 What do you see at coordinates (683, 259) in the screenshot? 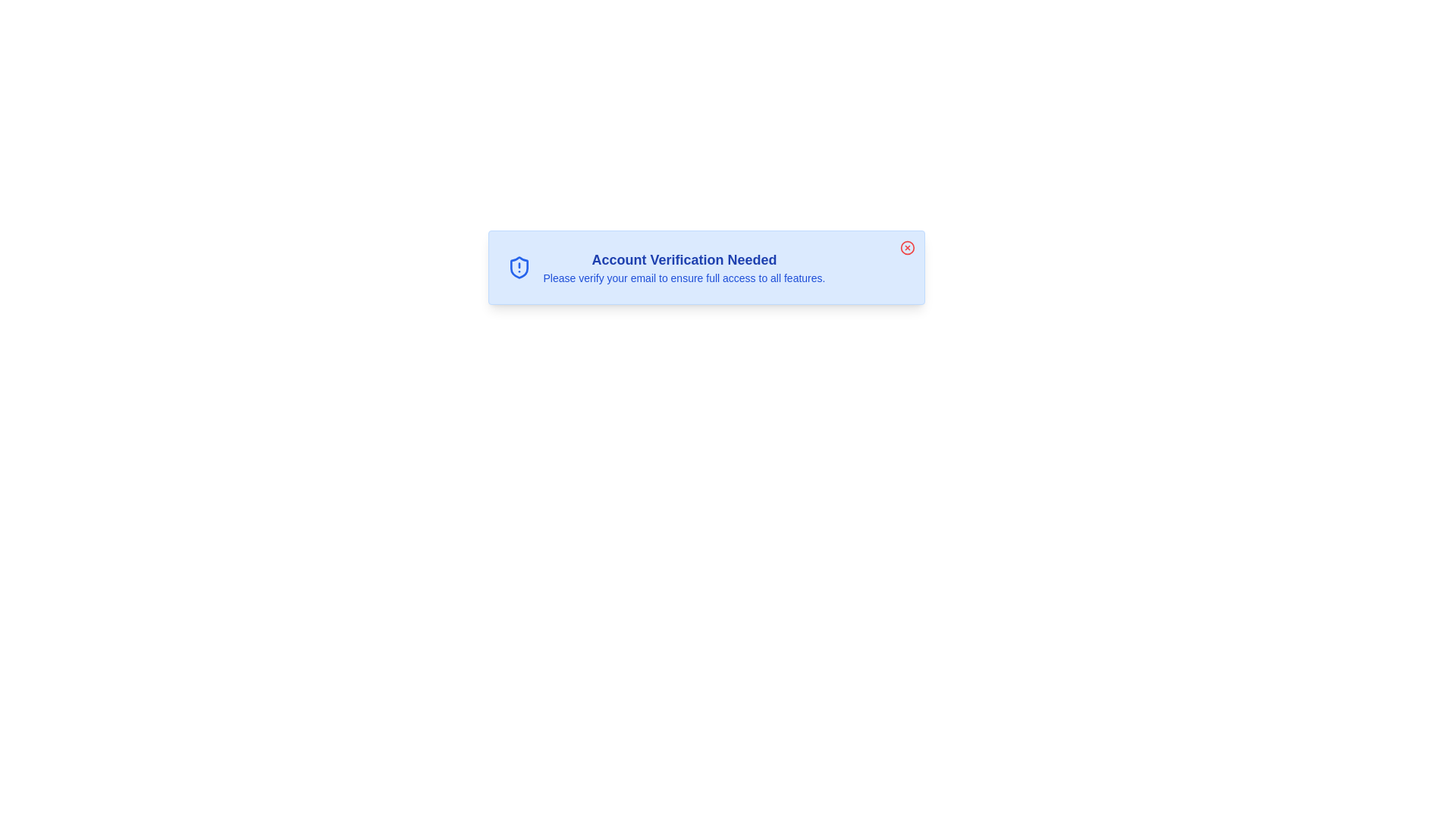
I see `text from the top header of the light blue notification box indicating that account verification is required` at bounding box center [683, 259].